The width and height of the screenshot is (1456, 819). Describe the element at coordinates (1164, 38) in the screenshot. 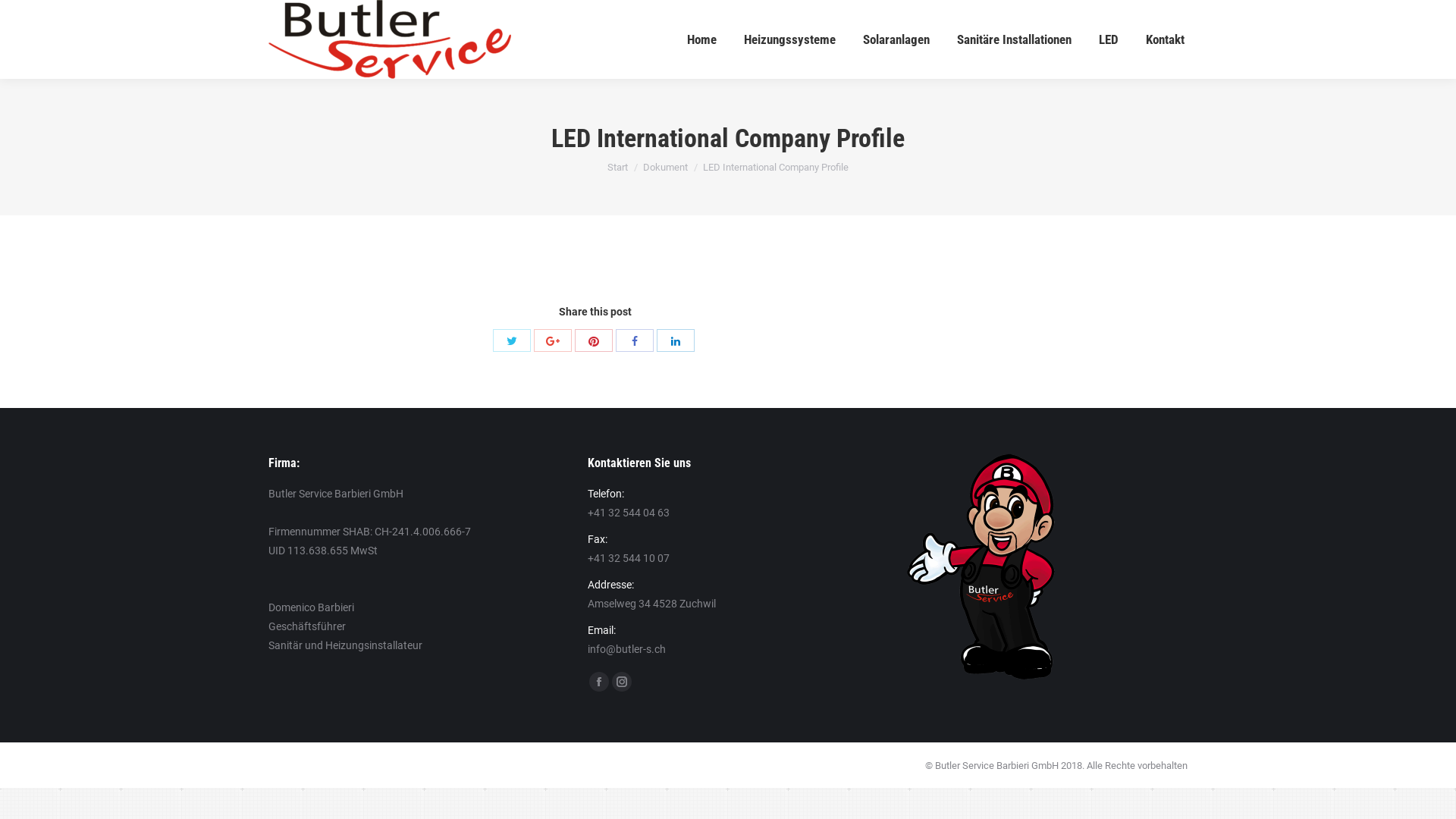

I see `'Kontakt'` at that location.